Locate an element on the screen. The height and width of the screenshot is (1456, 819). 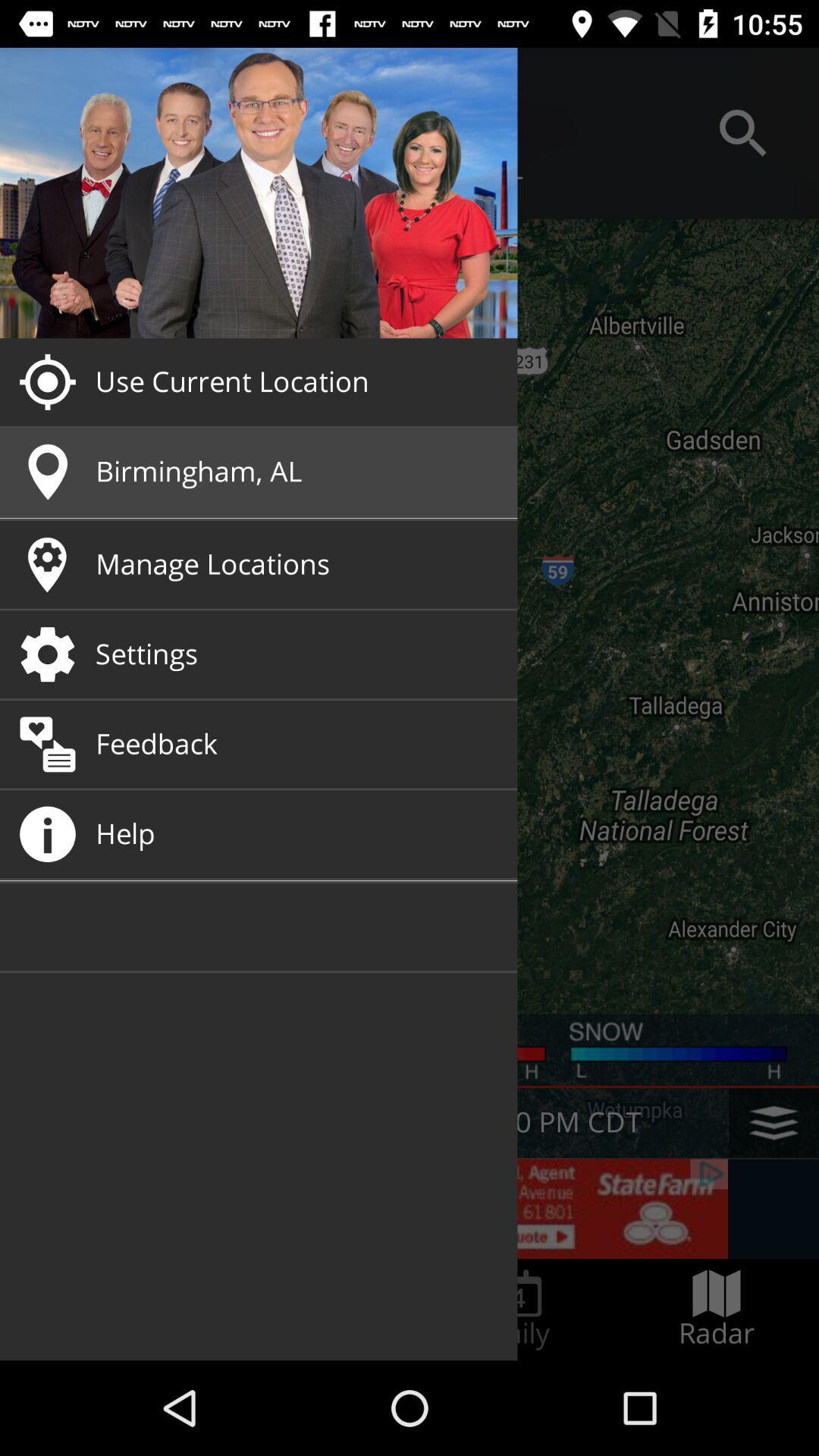
the layers icon is located at coordinates (773, 1122).